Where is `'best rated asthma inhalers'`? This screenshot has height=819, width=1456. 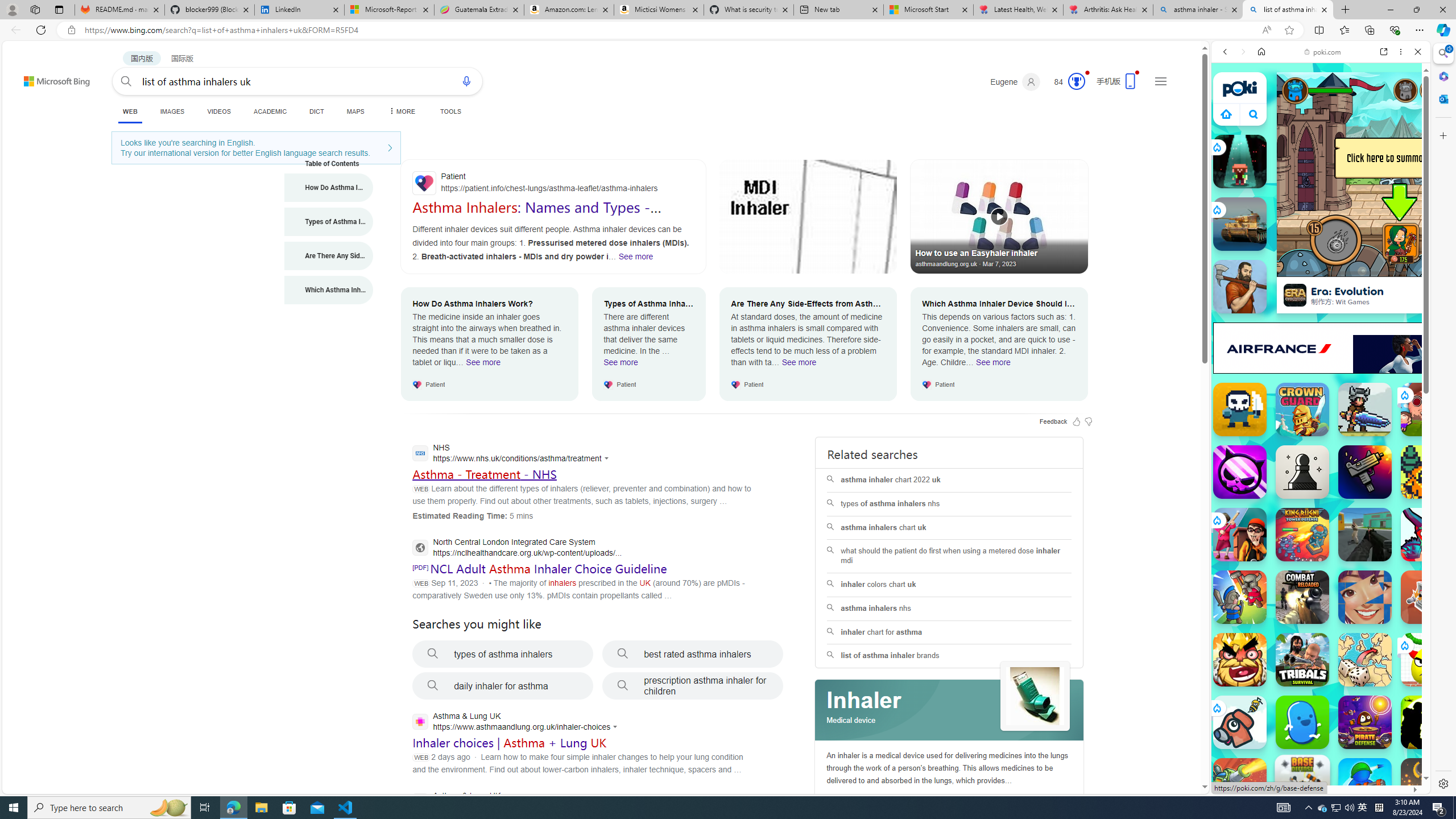 'best rated asthma inhalers' is located at coordinates (693, 653).